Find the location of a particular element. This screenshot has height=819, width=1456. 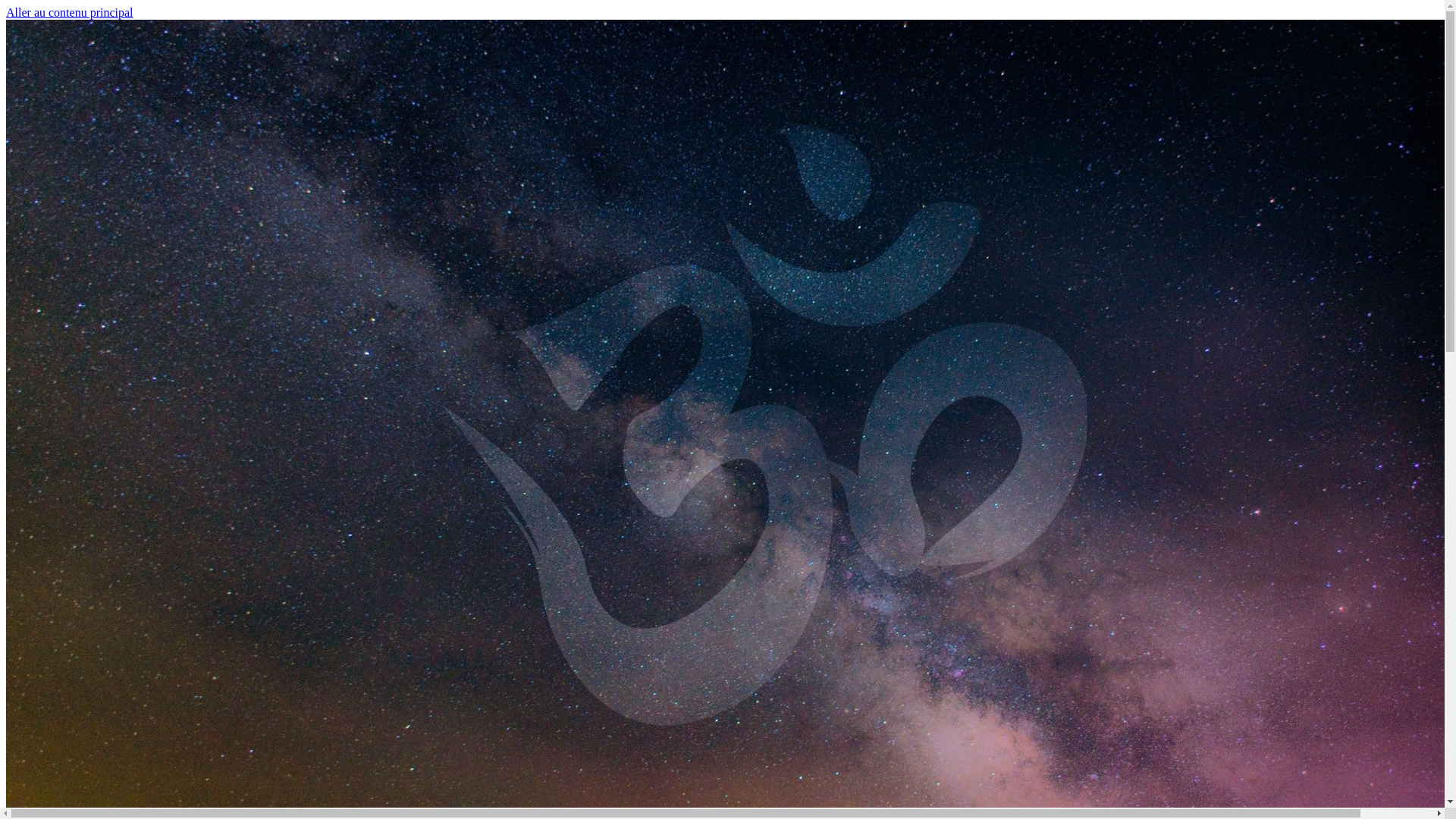

'Aller au contenu principal' is located at coordinates (68, 12).